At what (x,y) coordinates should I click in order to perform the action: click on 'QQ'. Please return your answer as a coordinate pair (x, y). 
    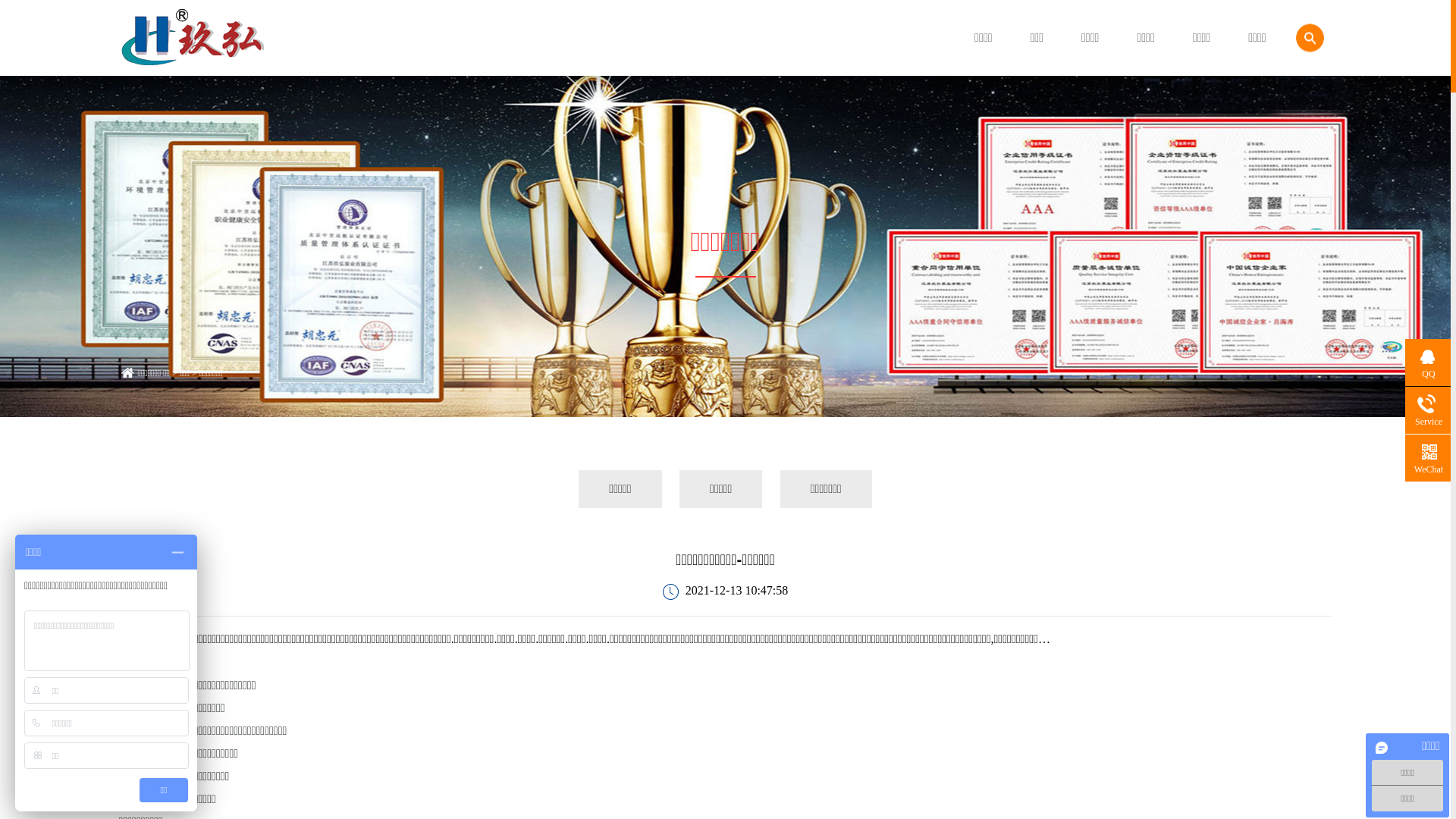
    Looking at the image, I should click on (1427, 363).